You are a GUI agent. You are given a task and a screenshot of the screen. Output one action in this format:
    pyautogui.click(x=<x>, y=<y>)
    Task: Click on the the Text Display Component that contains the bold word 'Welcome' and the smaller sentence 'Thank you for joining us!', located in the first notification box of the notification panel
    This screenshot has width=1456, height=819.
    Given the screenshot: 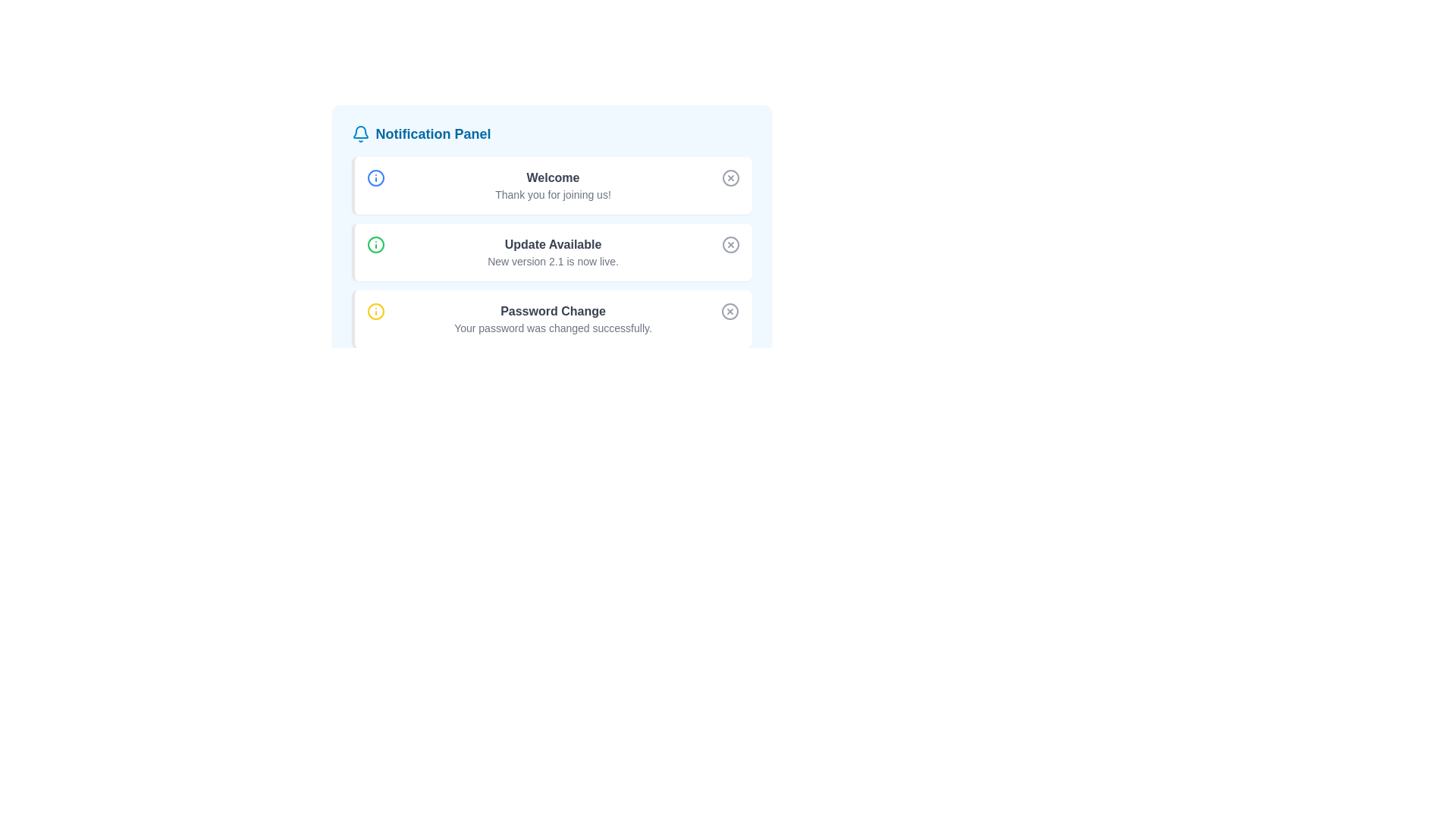 What is the action you would take?
    pyautogui.click(x=552, y=185)
    